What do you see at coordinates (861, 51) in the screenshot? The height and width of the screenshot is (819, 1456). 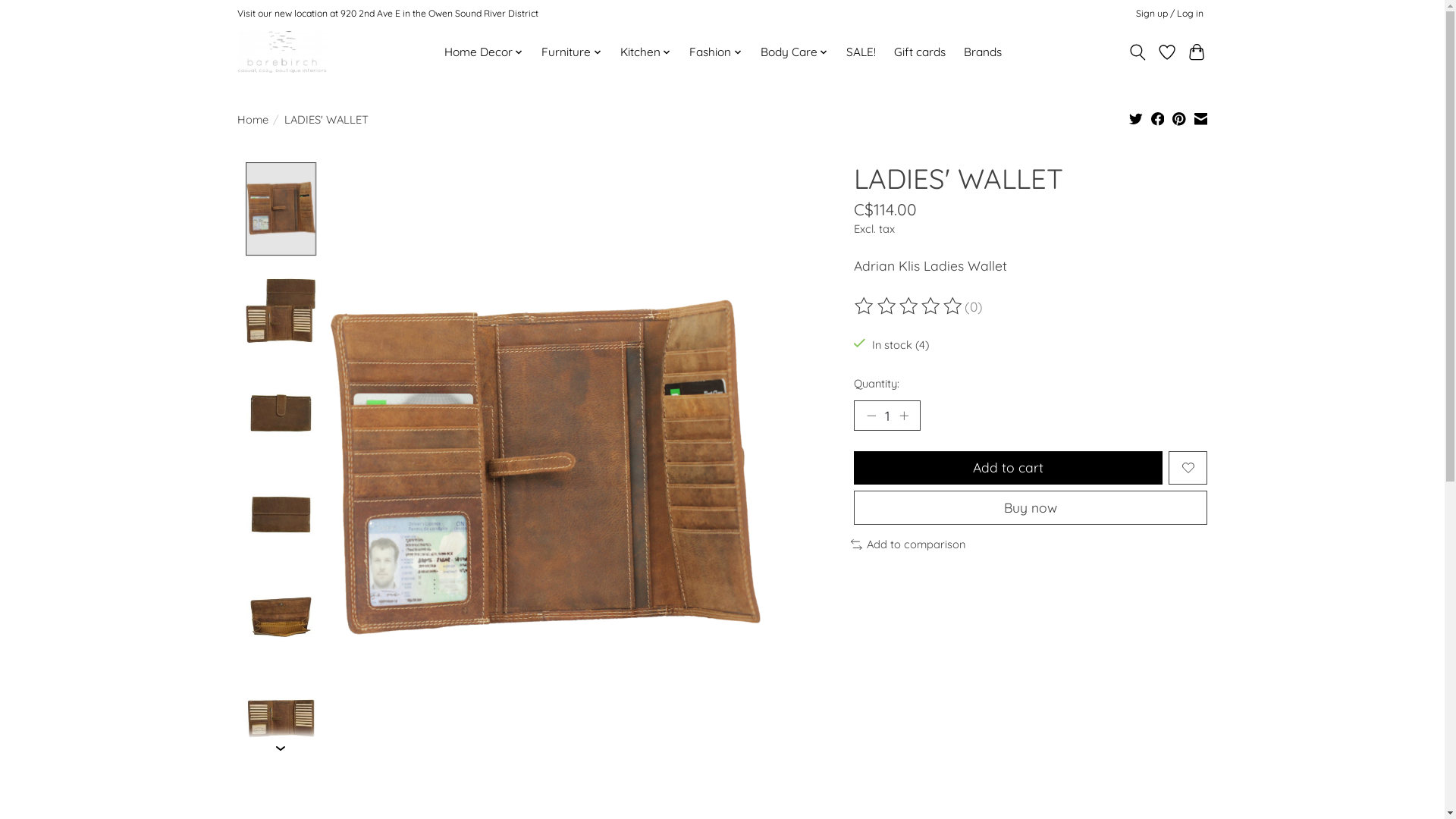 I see `'SALE!'` at bounding box center [861, 51].